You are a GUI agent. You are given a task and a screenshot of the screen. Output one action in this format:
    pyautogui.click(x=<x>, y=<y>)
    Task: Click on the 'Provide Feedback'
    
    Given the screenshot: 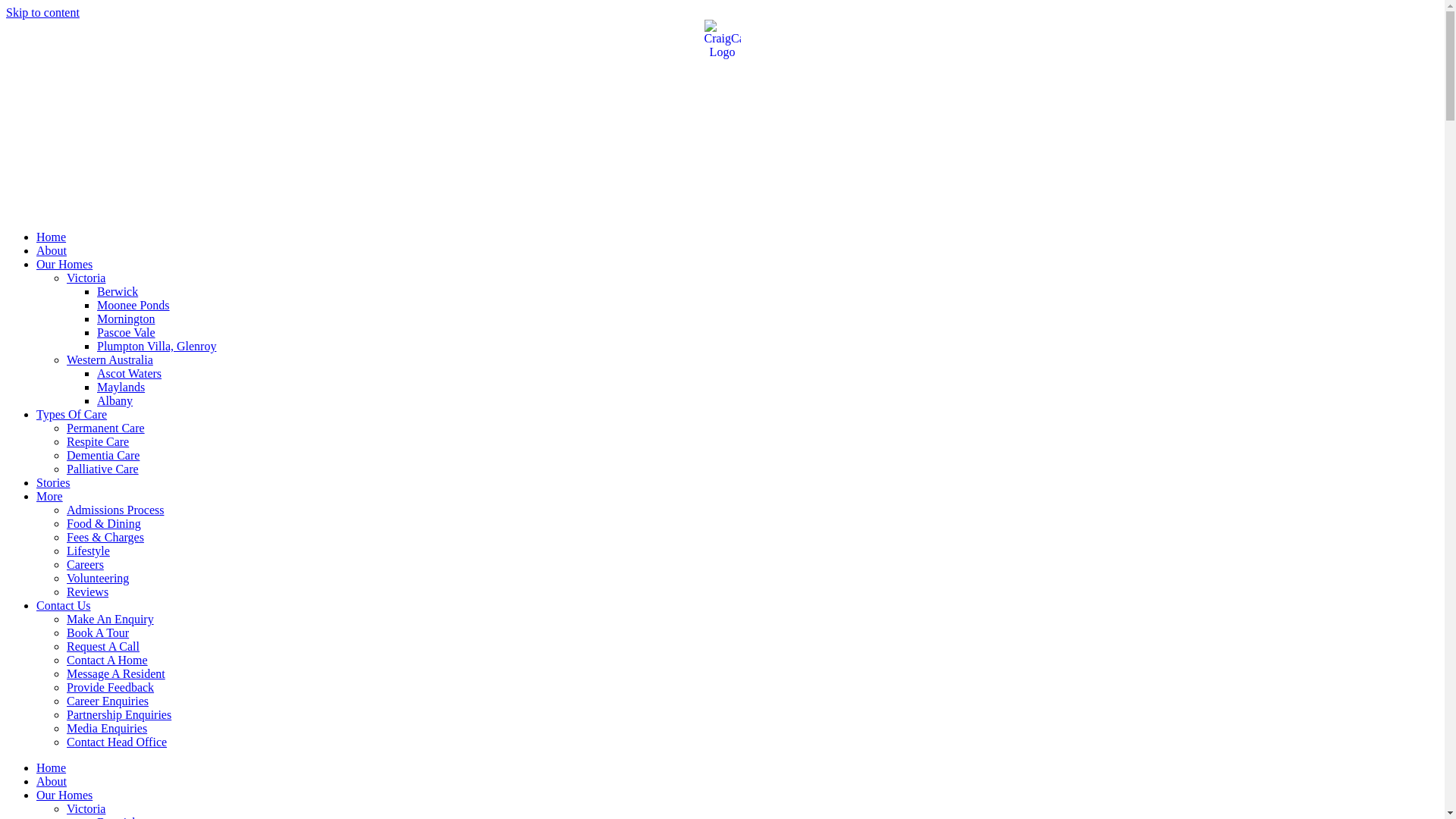 What is the action you would take?
    pyautogui.click(x=109, y=687)
    